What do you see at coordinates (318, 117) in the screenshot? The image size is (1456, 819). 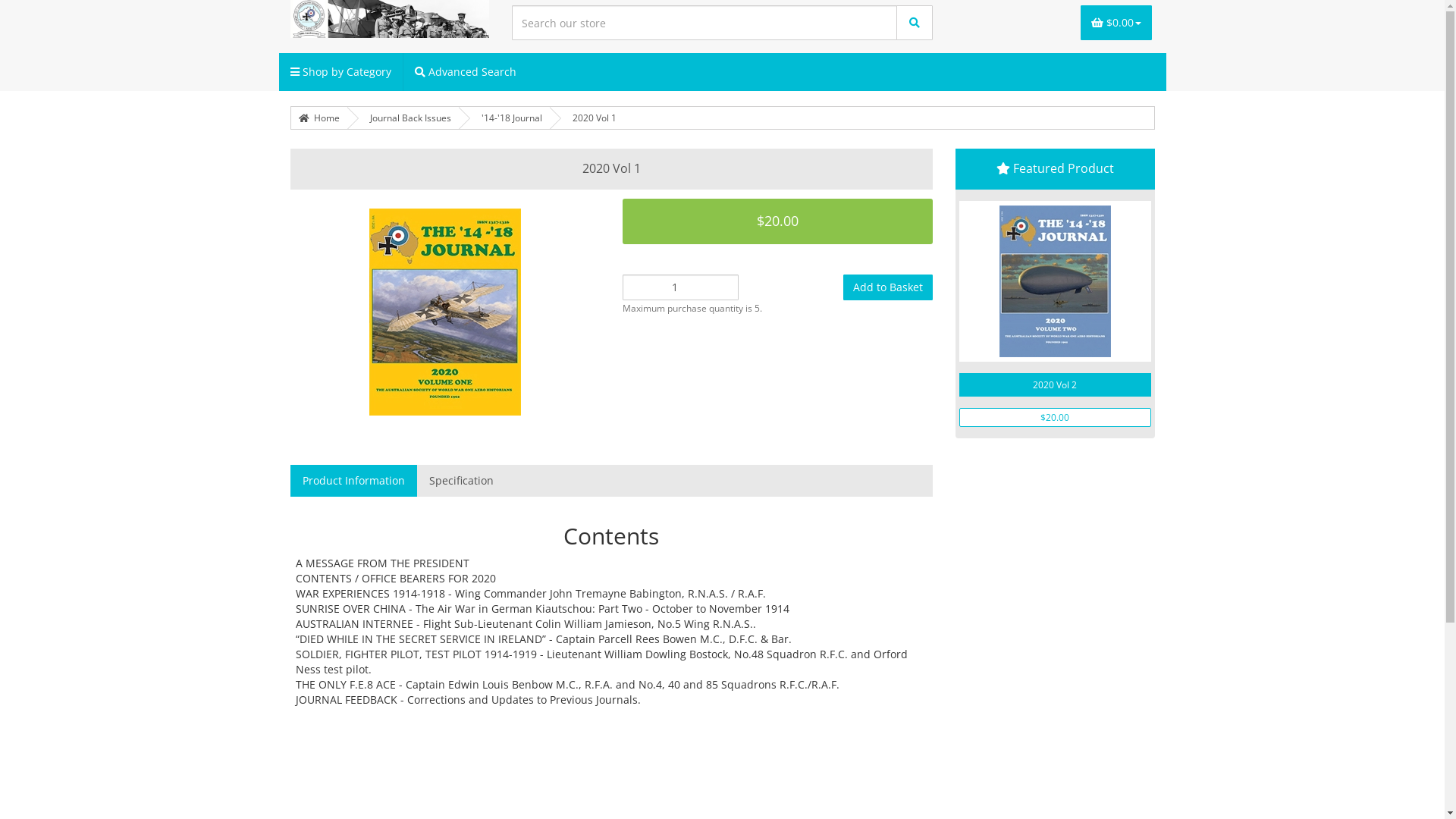 I see `' Home'` at bounding box center [318, 117].